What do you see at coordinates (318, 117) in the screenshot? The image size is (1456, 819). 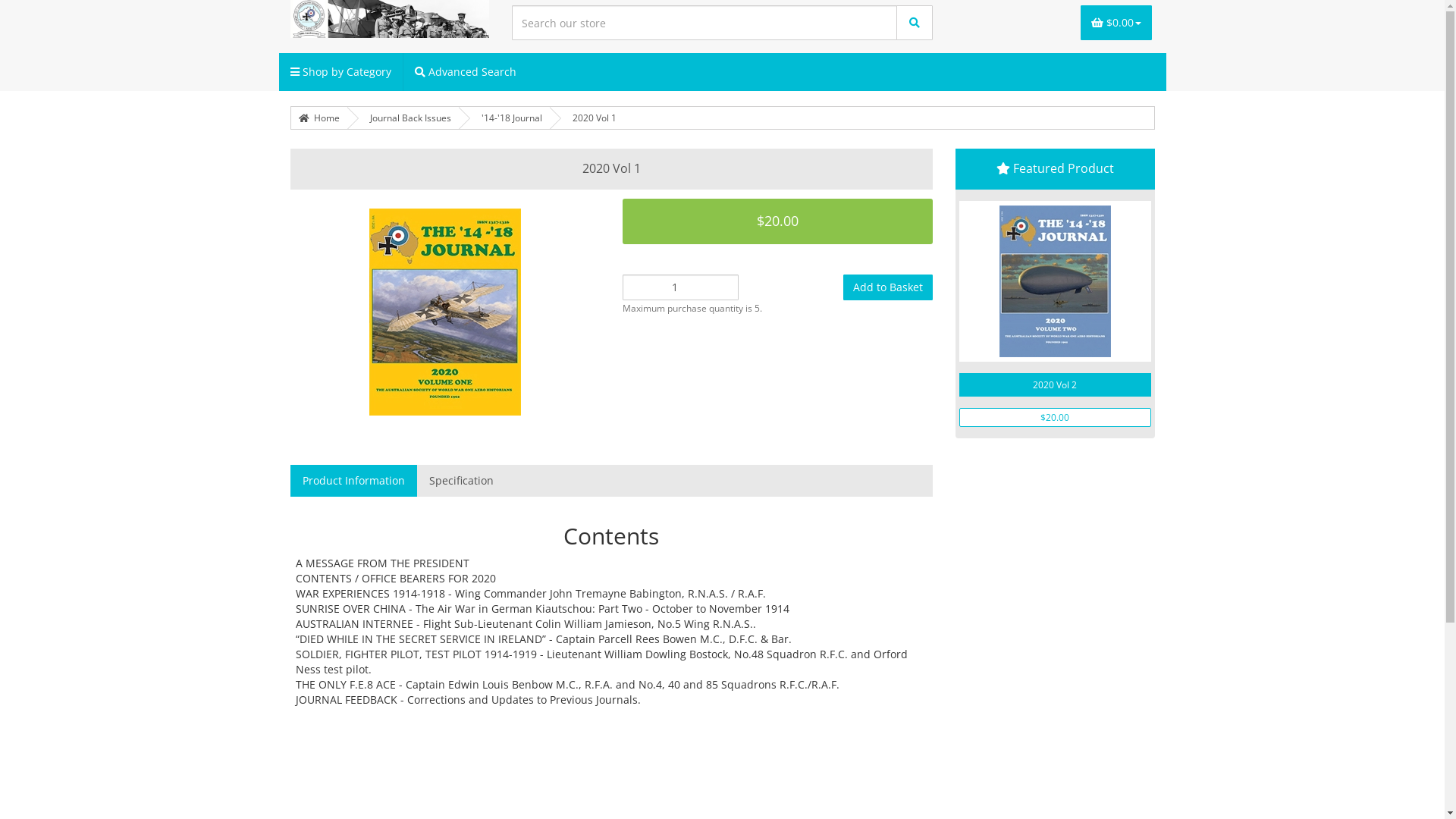 I see `' Home'` at bounding box center [318, 117].